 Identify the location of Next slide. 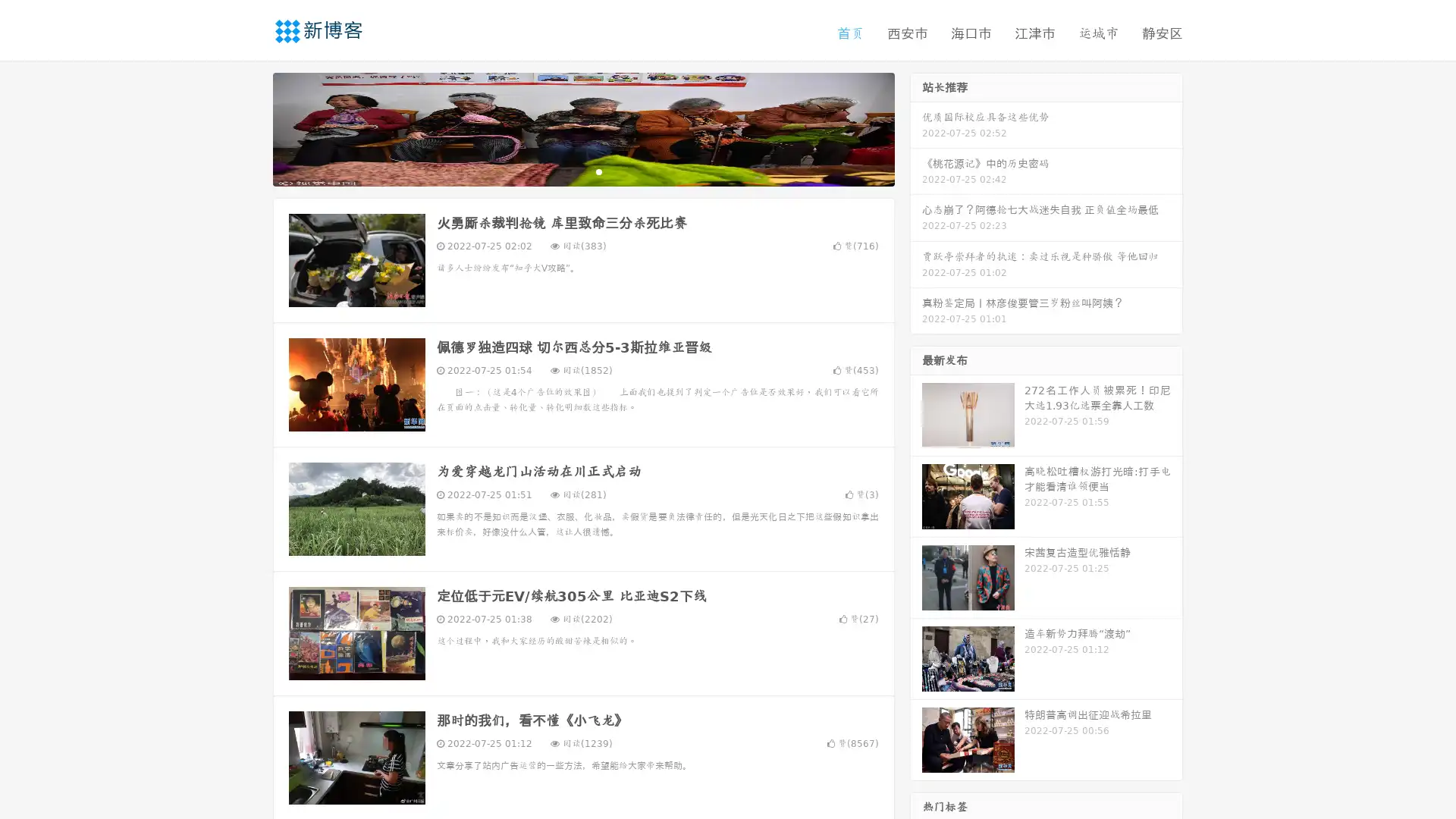
(916, 127).